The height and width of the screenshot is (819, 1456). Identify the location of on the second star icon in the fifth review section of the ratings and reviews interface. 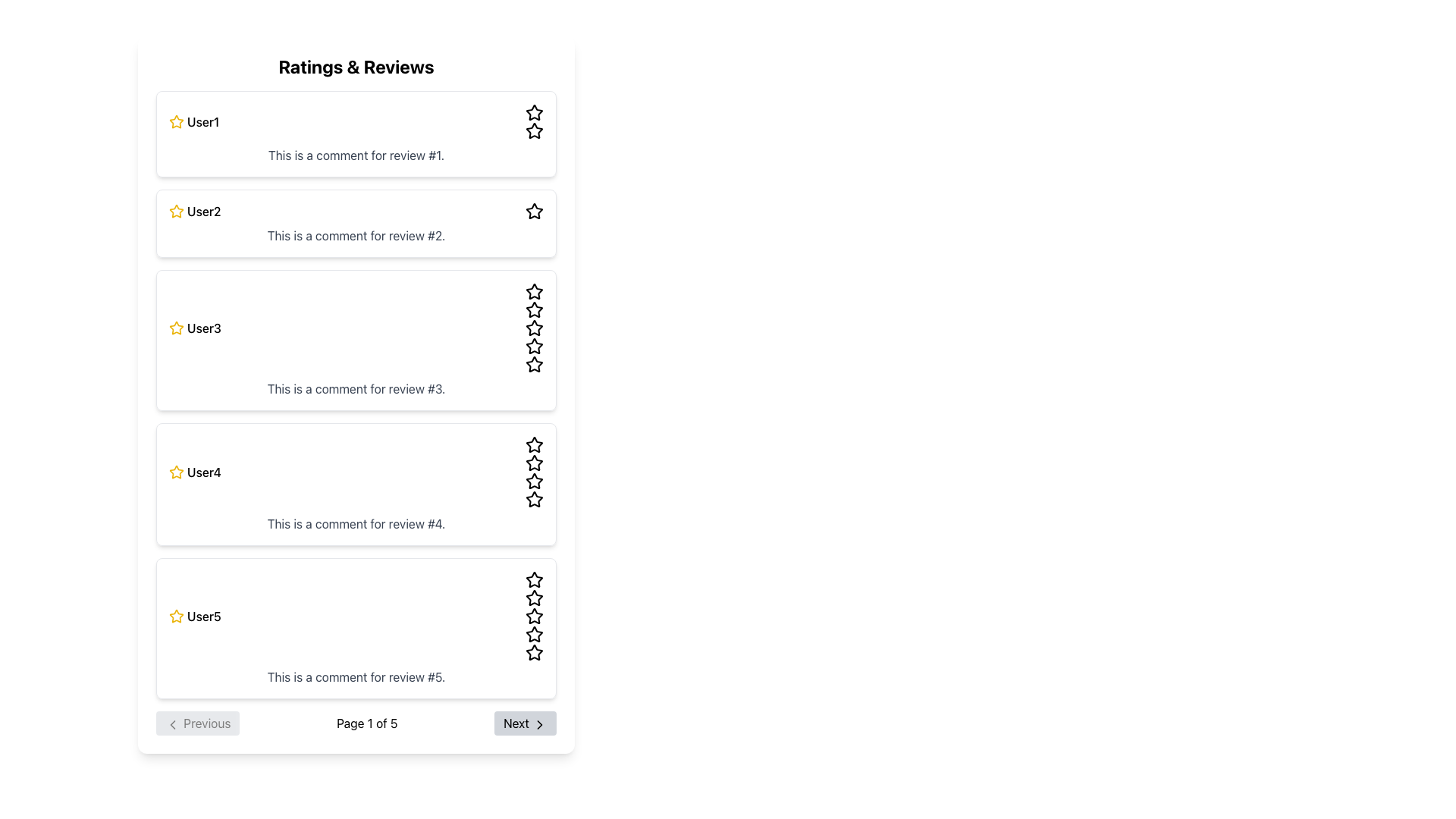
(535, 597).